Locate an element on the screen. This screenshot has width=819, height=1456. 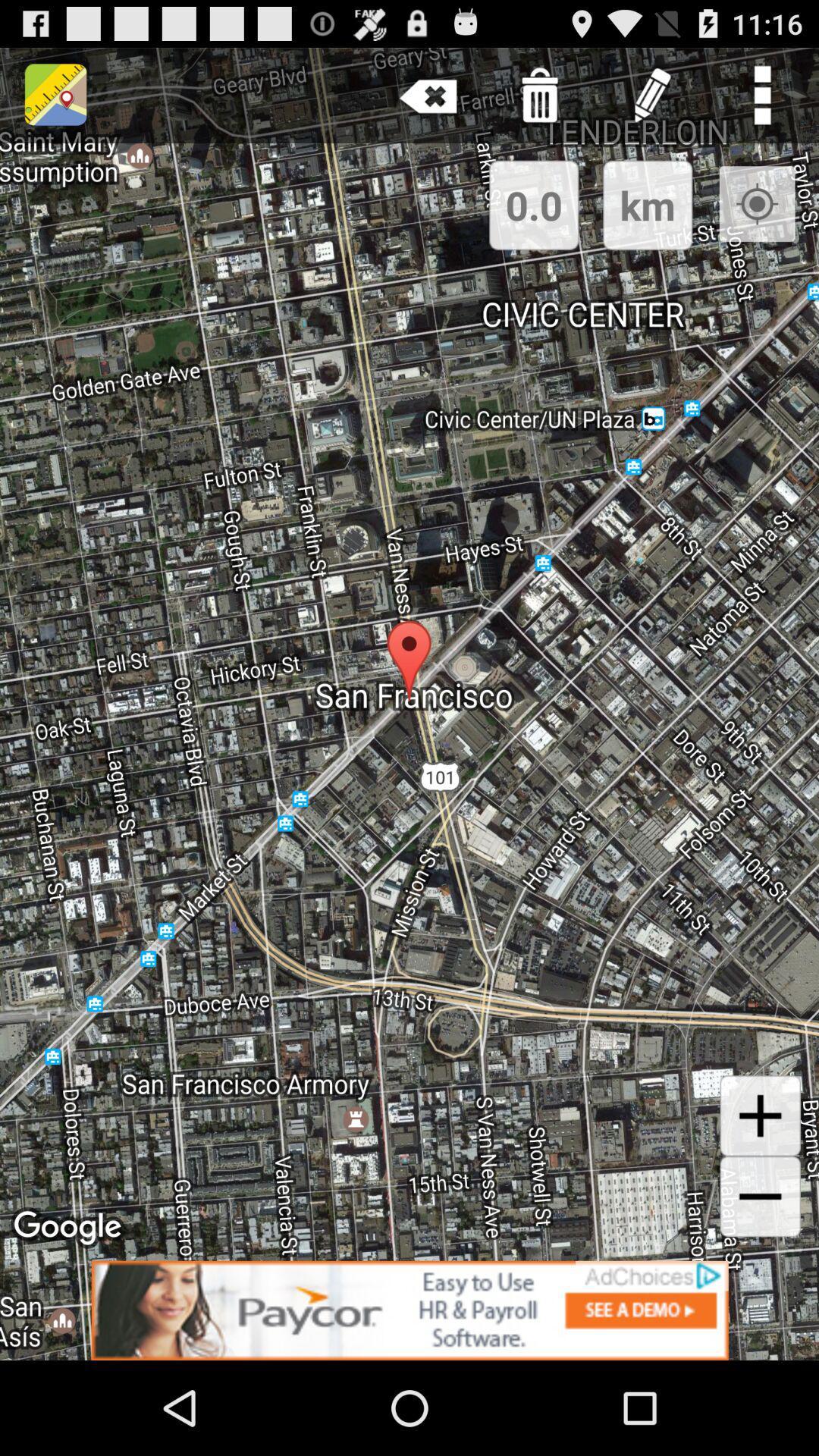
zoom the map is located at coordinates (760, 1116).